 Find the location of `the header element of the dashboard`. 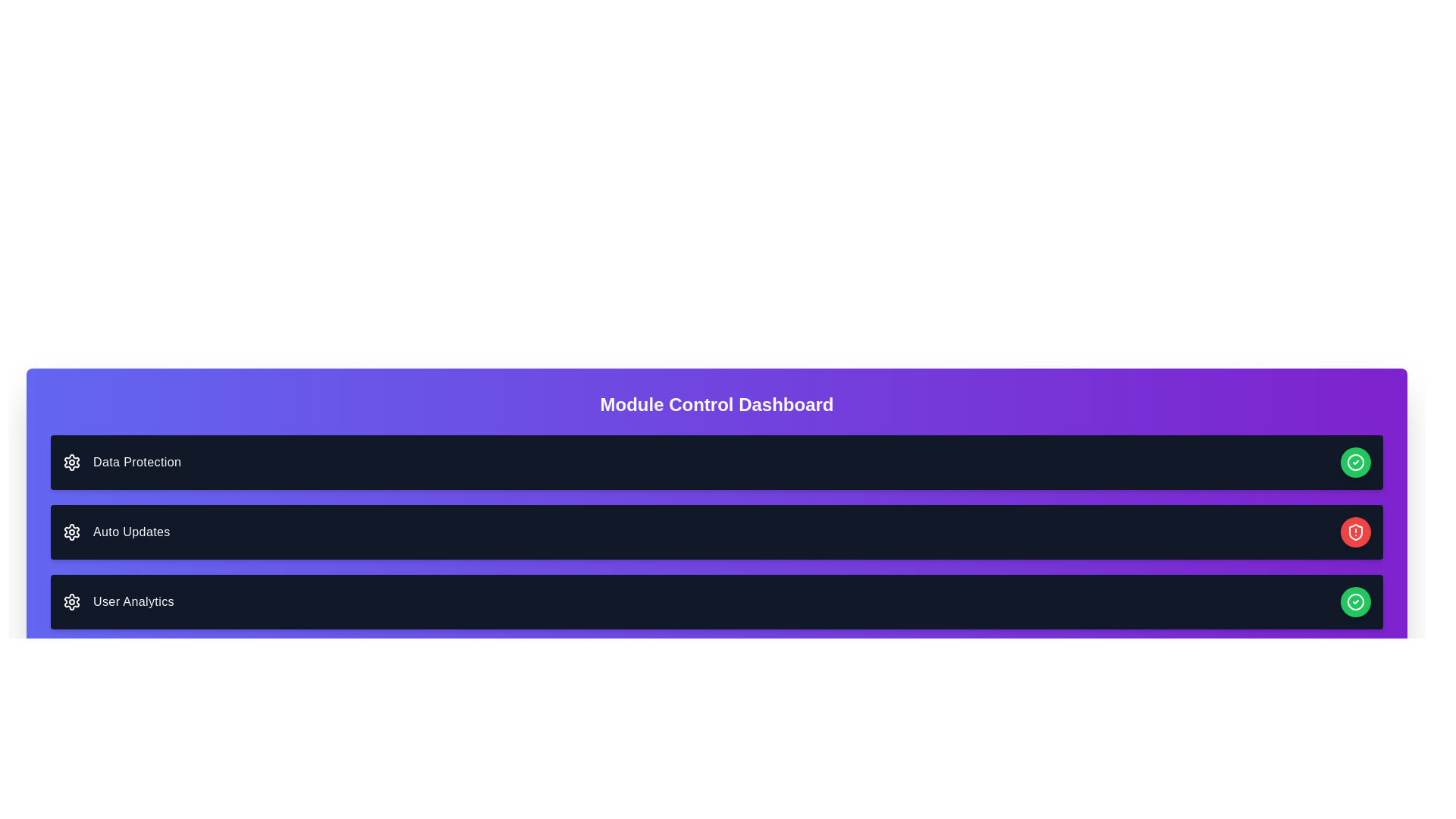

the header element of the dashboard is located at coordinates (716, 403).